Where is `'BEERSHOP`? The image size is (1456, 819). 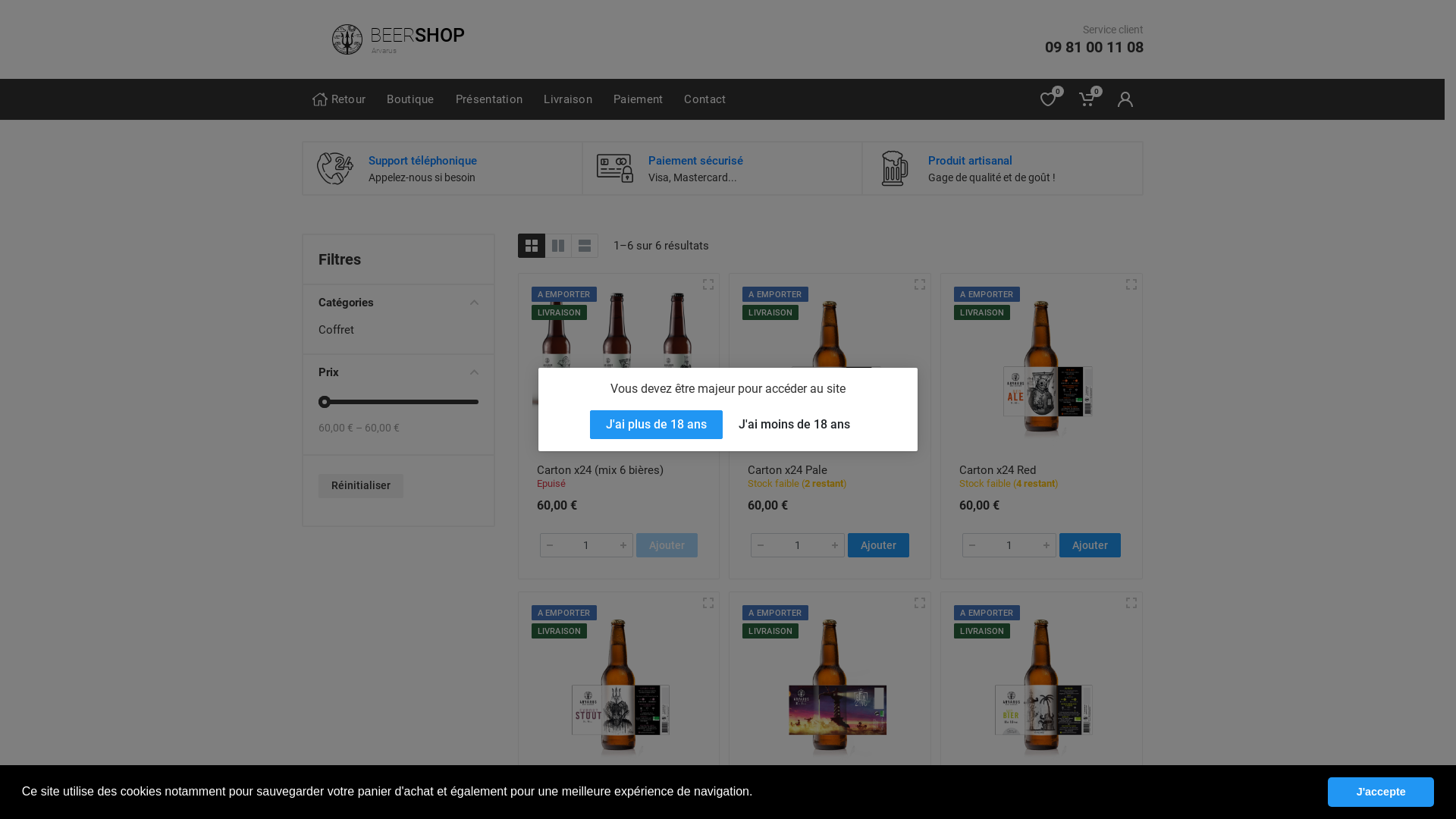
'BEERSHOP is located at coordinates (409, 38).